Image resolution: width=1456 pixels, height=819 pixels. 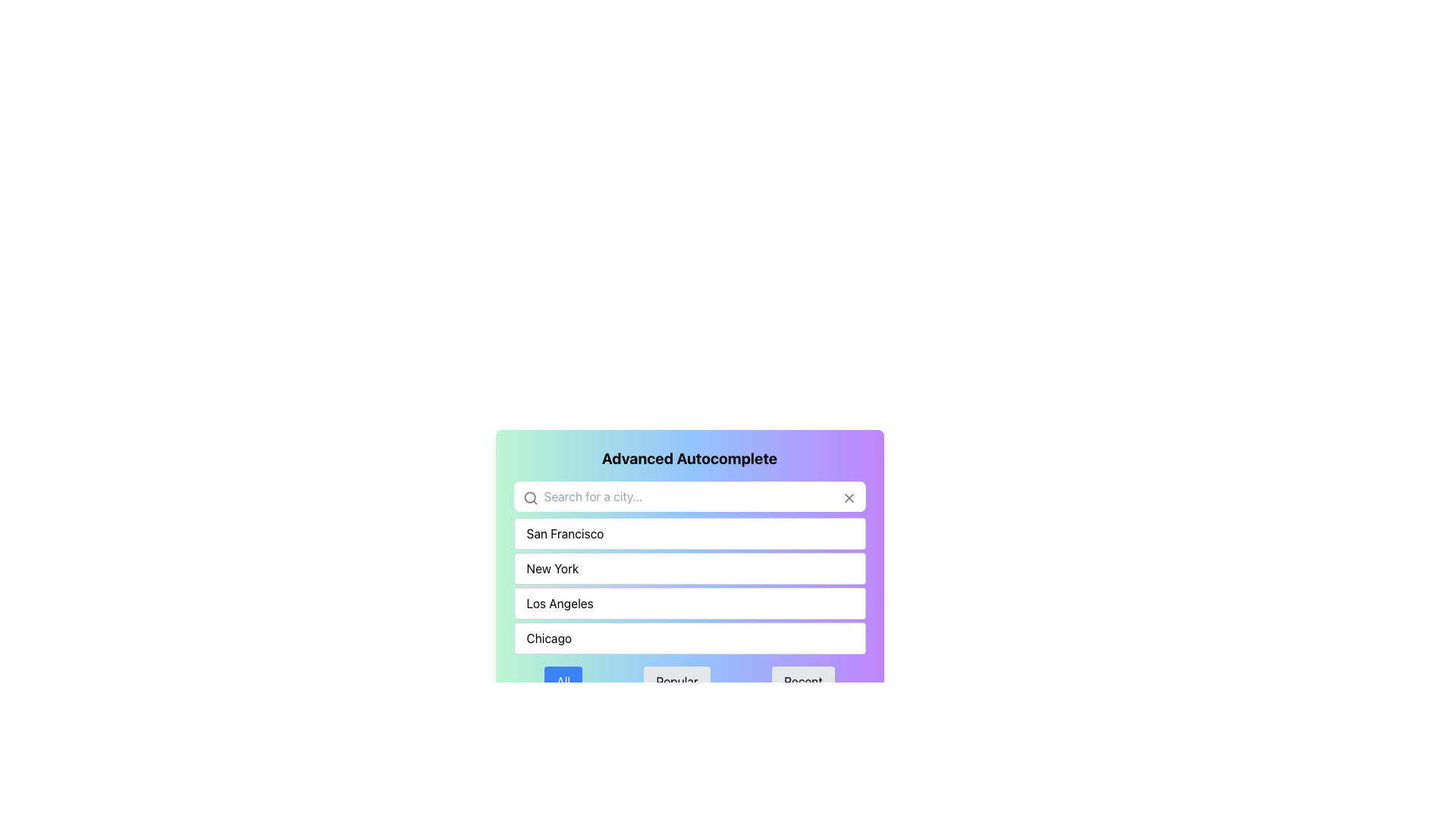 What do you see at coordinates (530, 497) in the screenshot?
I see `the search icon represented by a magnifying glass graphic, styled in gray, located in the top-left corner of the text input field labeled 'Search for a city...'` at bounding box center [530, 497].